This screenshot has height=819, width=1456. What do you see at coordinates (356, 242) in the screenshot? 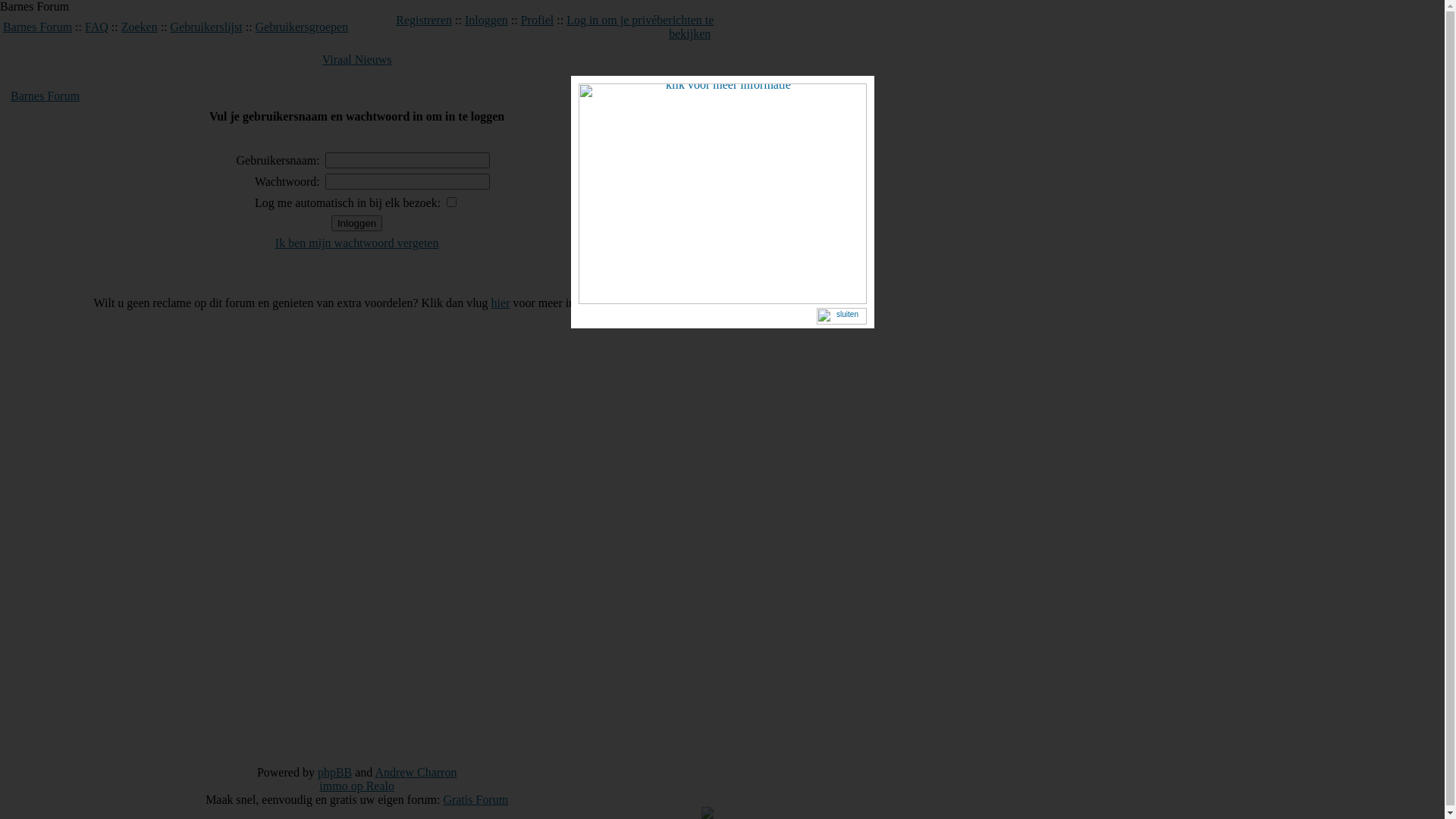
I see `'Ik ben mijn wachtwoord vergeten'` at bounding box center [356, 242].